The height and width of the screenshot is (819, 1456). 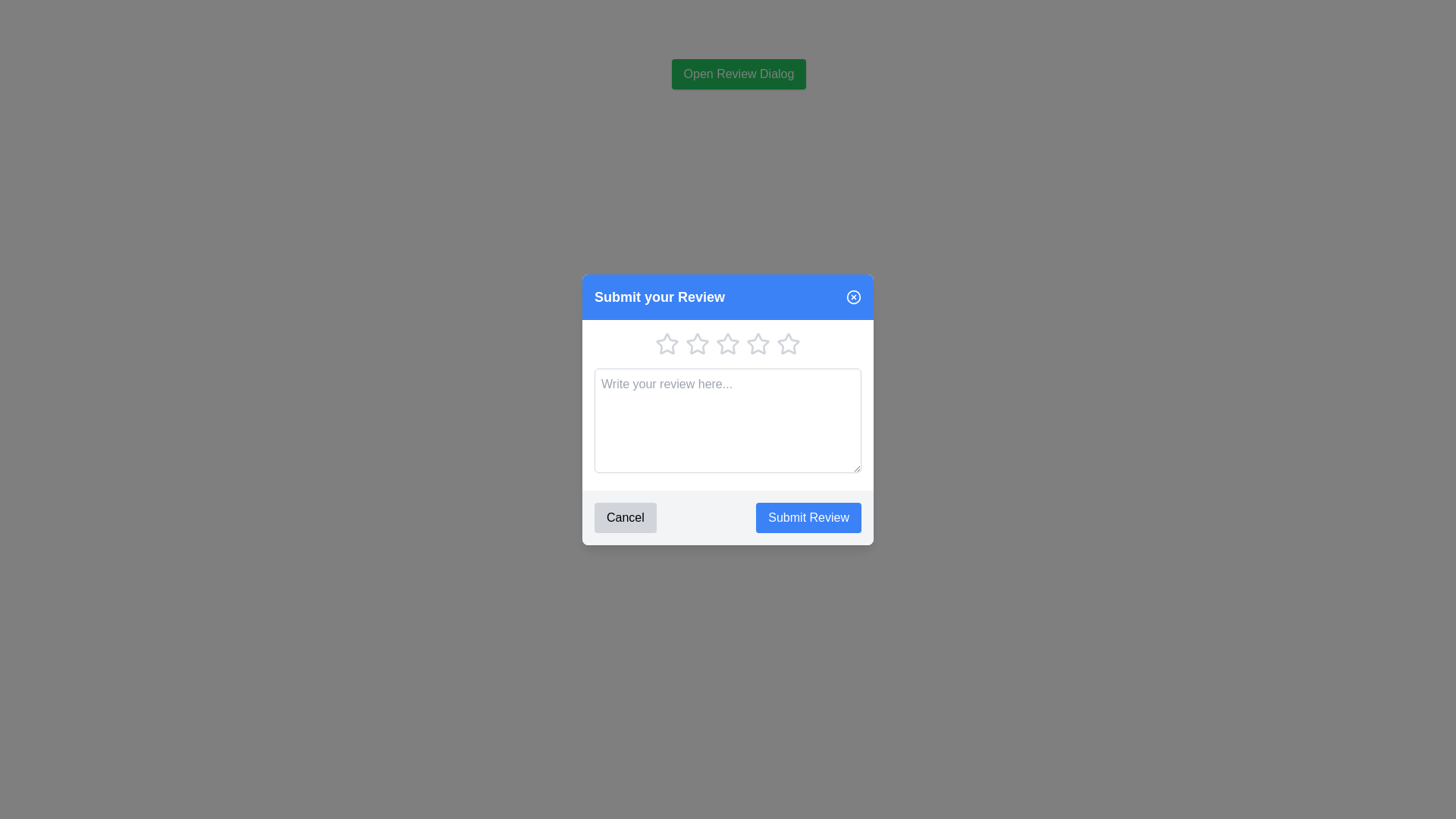 What do you see at coordinates (697, 343) in the screenshot?
I see `the second star icon for rating in the 'Submit your Review' modal for visual feedback` at bounding box center [697, 343].